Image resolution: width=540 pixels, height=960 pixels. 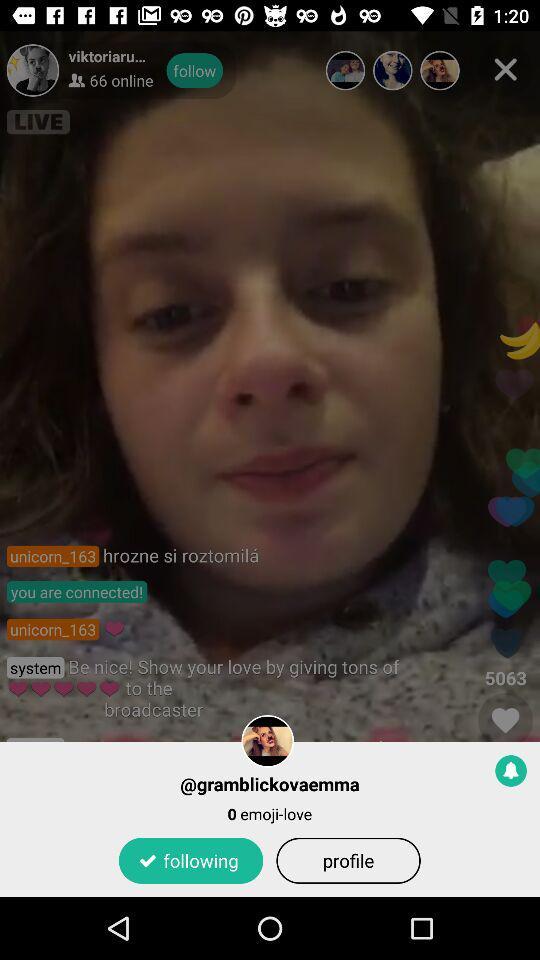 I want to click on the following app, so click(x=191, y=859).